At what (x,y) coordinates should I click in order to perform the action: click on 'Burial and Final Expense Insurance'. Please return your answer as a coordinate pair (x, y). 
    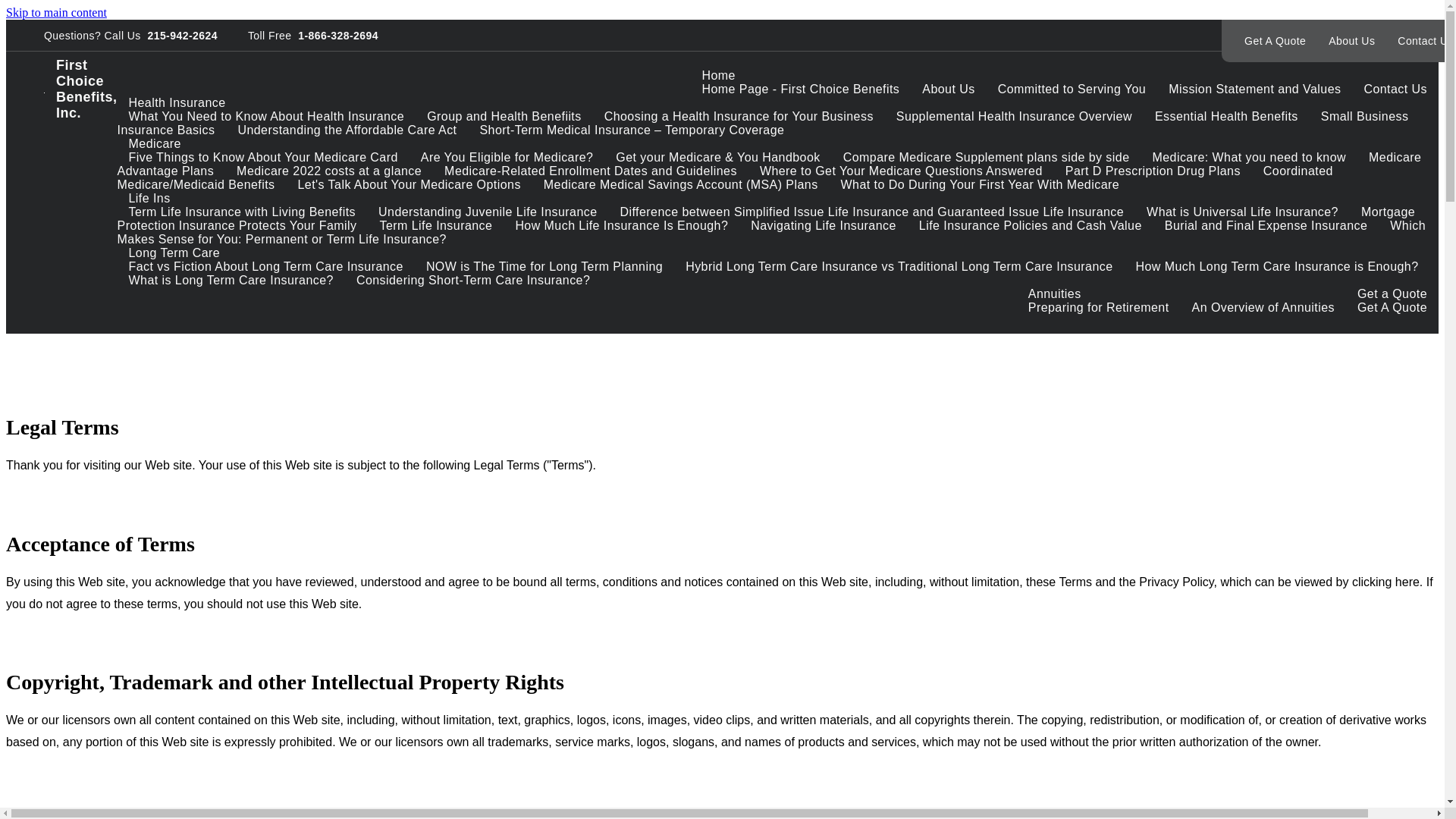
    Looking at the image, I should click on (1266, 225).